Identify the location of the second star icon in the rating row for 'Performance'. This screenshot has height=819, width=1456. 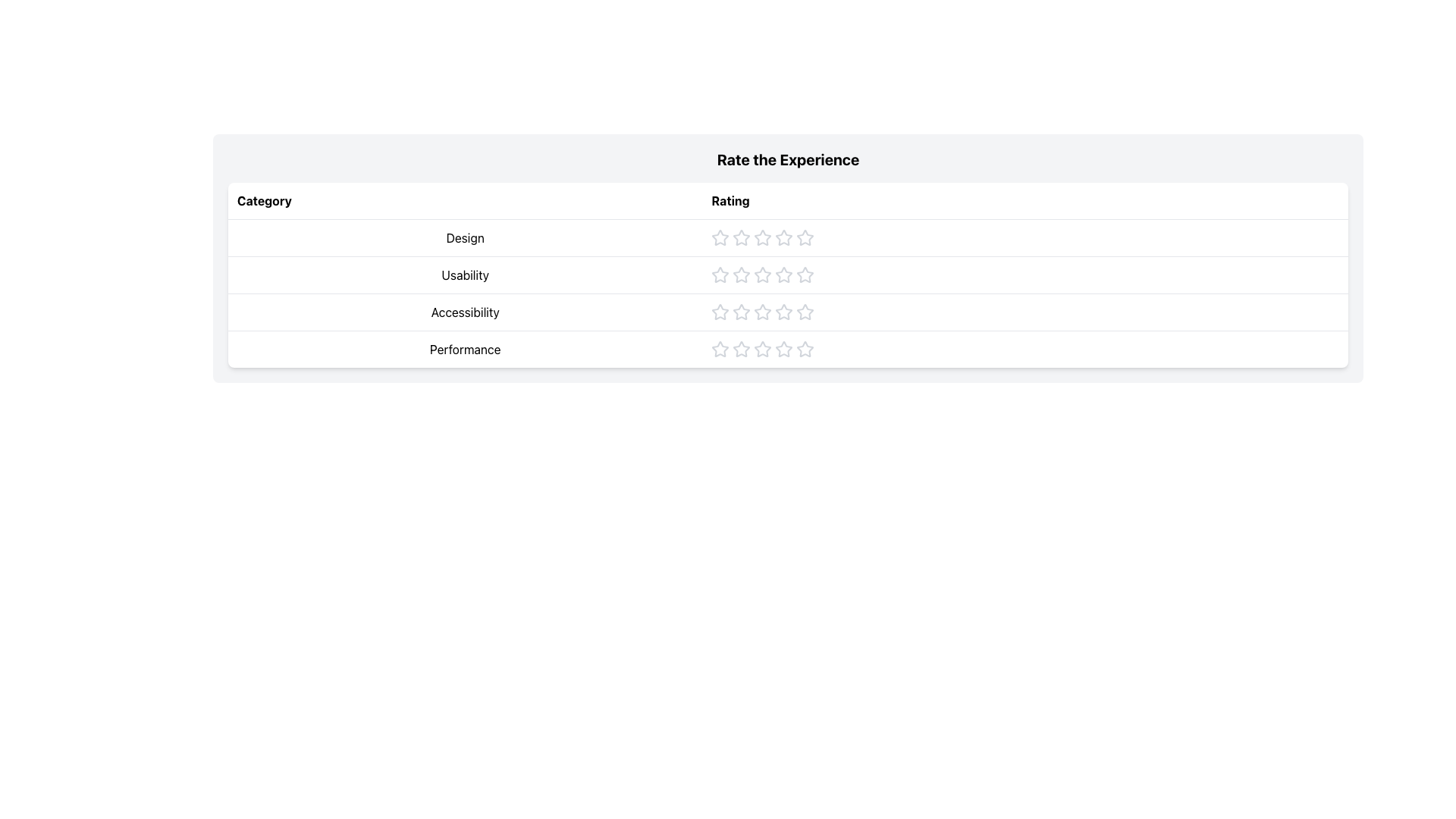
(742, 350).